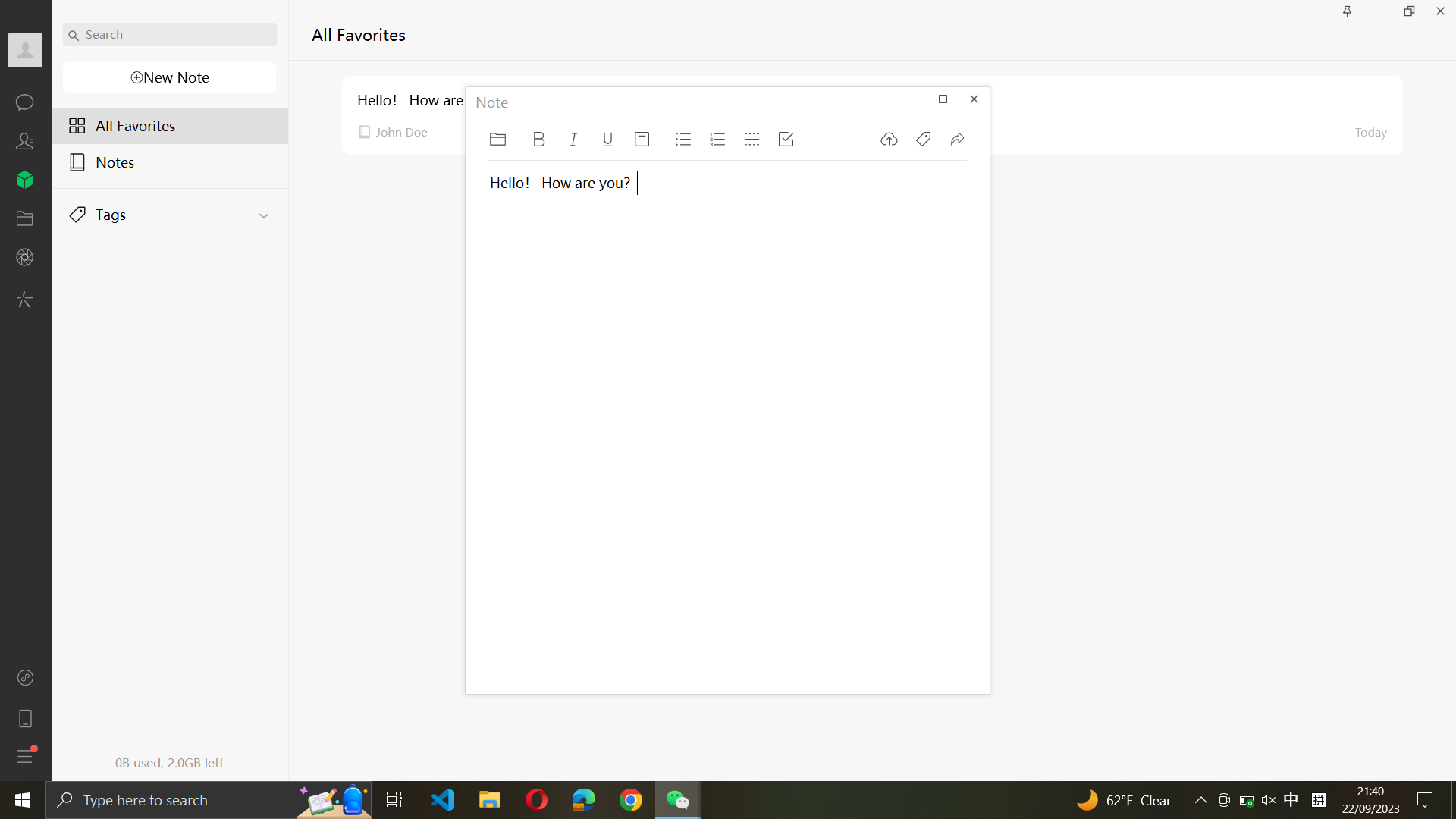 The width and height of the screenshot is (1456, 819). Describe the element at coordinates (171, 210) in the screenshot. I see `the option to view all tags` at that location.